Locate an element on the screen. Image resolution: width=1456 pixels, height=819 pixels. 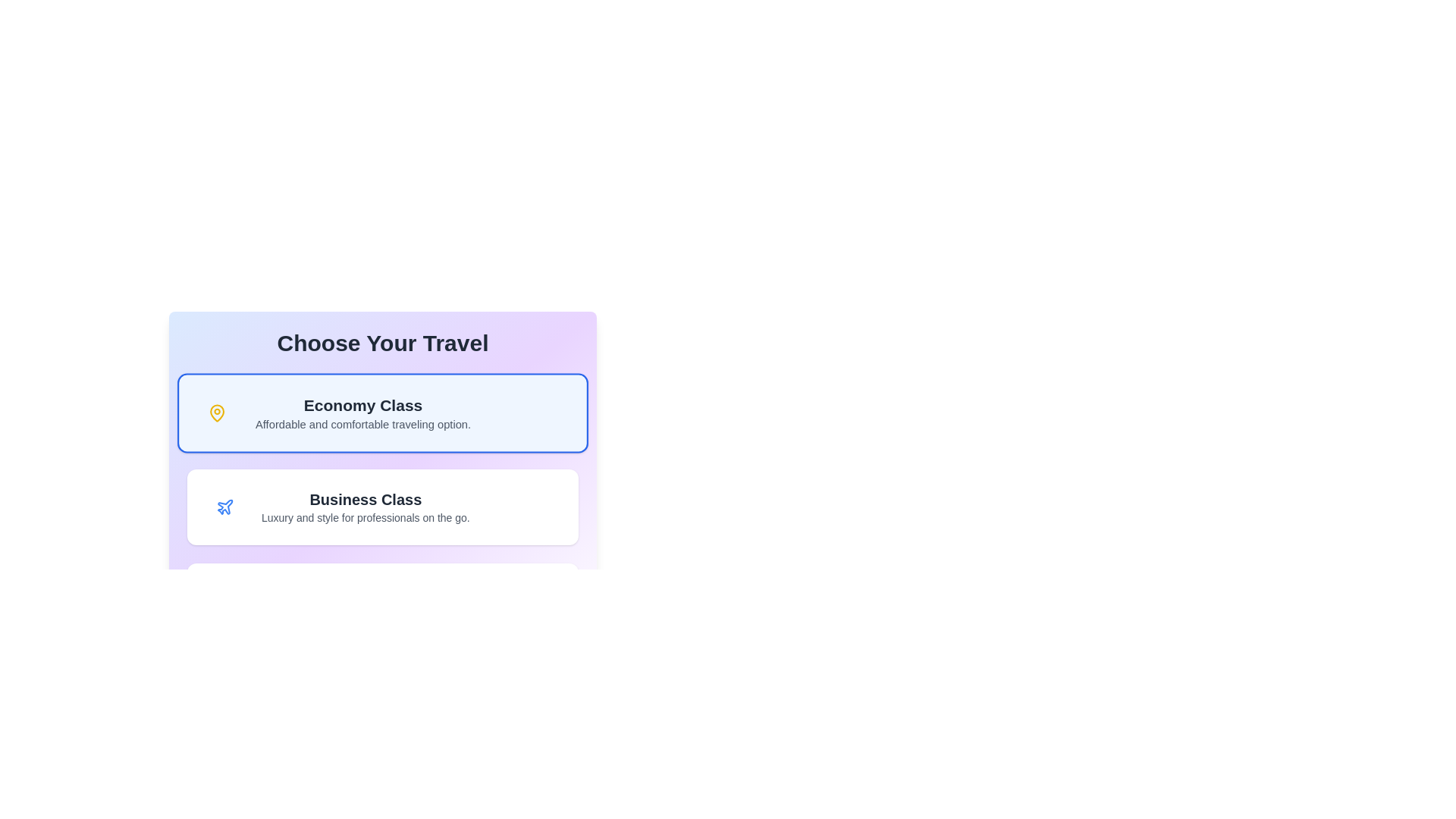
the airplane icon representing the 'Business Class' option is located at coordinates (224, 507).